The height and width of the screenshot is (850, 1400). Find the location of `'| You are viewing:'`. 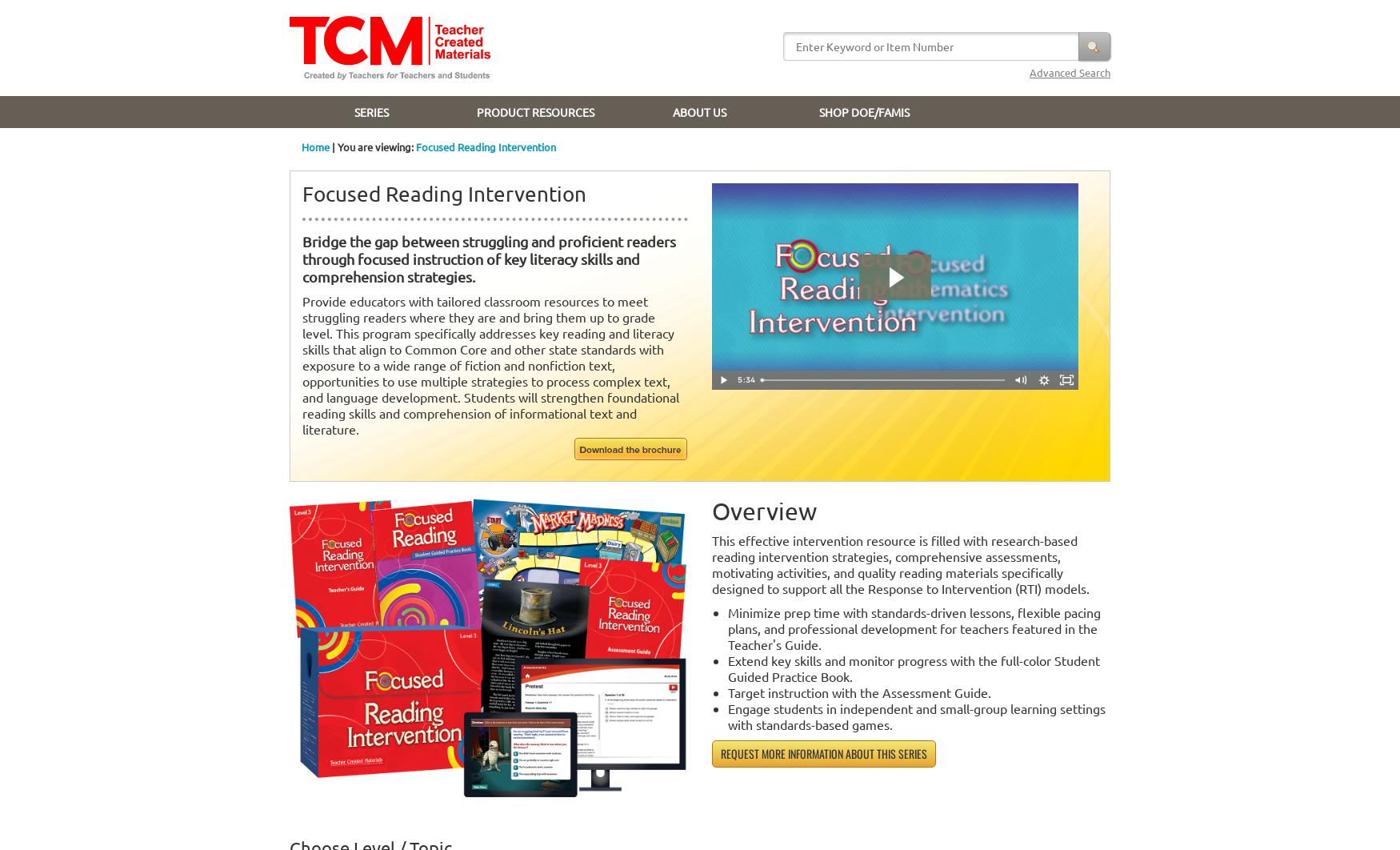

'| You are viewing:' is located at coordinates (373, 146).